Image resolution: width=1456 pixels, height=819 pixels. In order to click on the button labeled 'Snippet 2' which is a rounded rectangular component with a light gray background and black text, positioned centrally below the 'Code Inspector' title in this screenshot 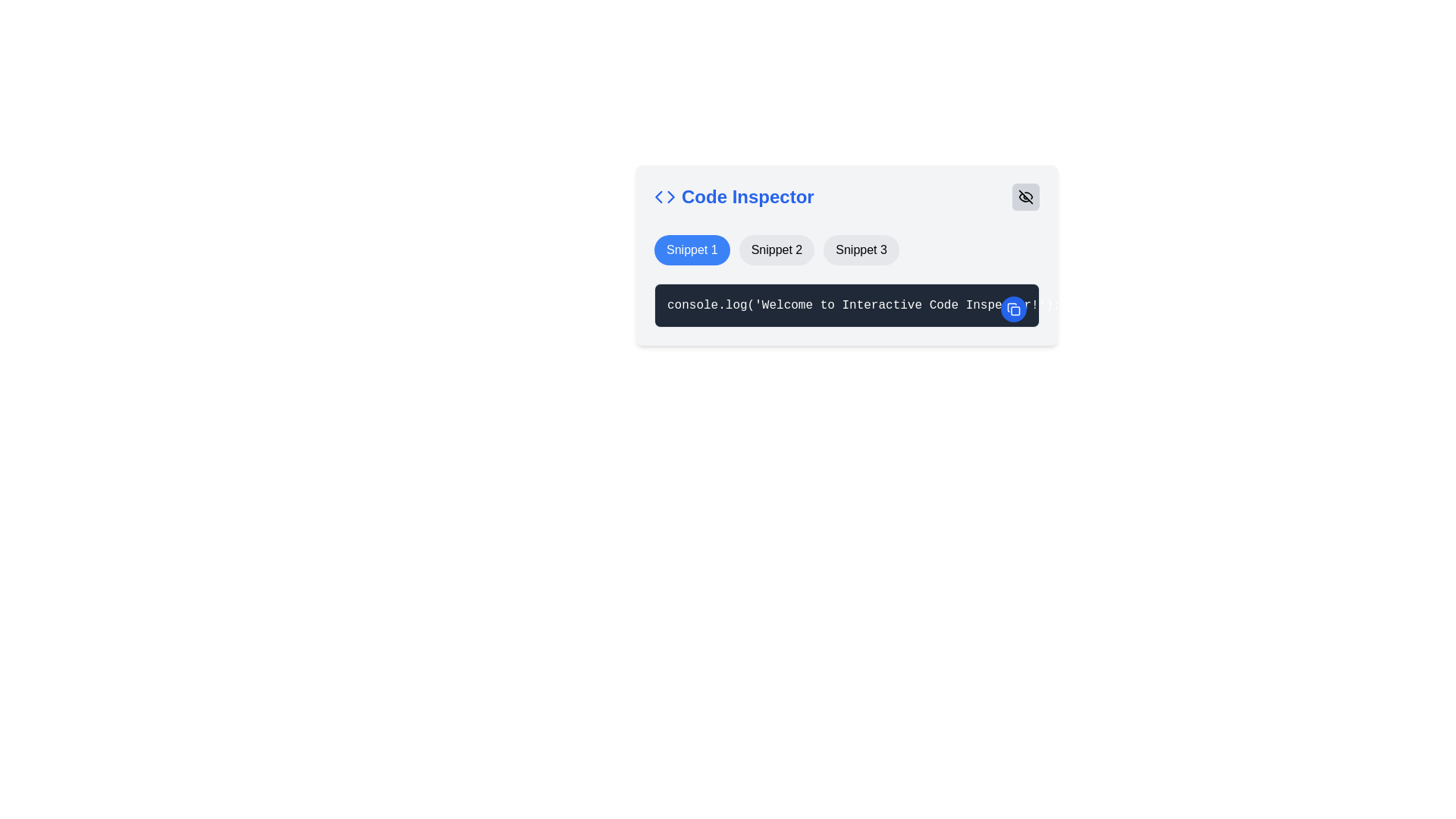, I will do `click(776, 249)`.